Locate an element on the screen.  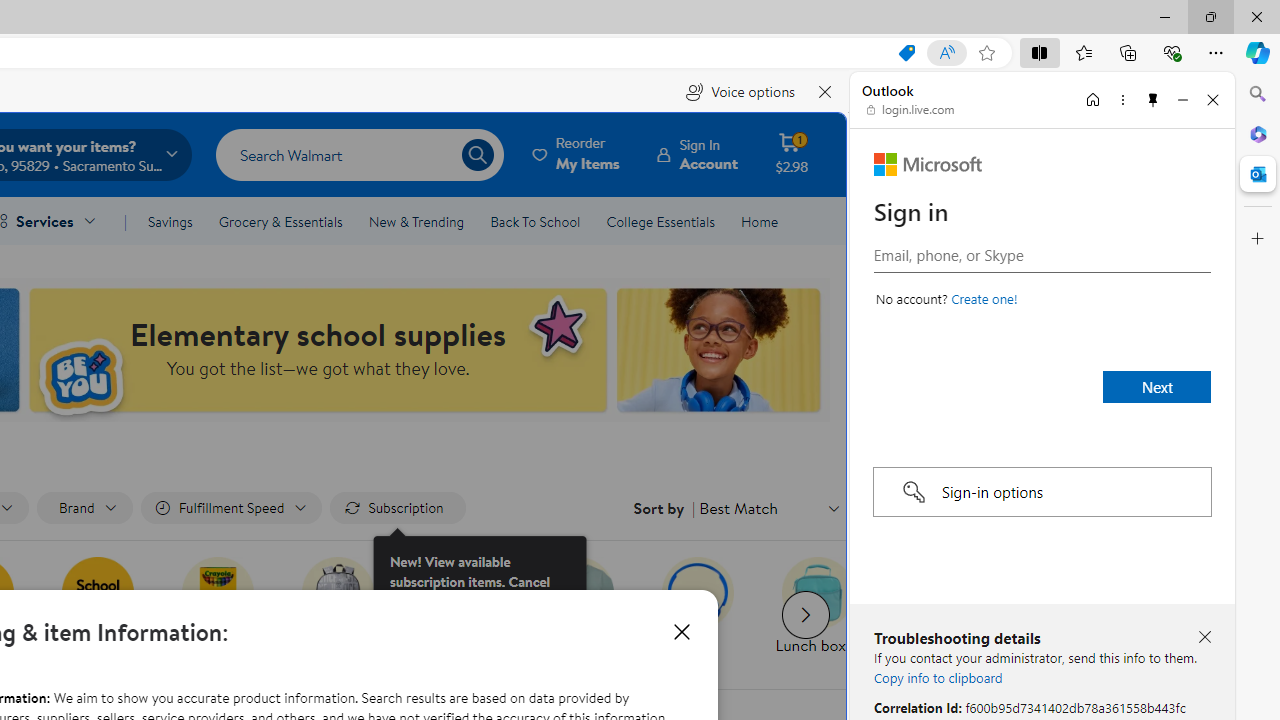
'Next' is located at coordinates (1157, 387).